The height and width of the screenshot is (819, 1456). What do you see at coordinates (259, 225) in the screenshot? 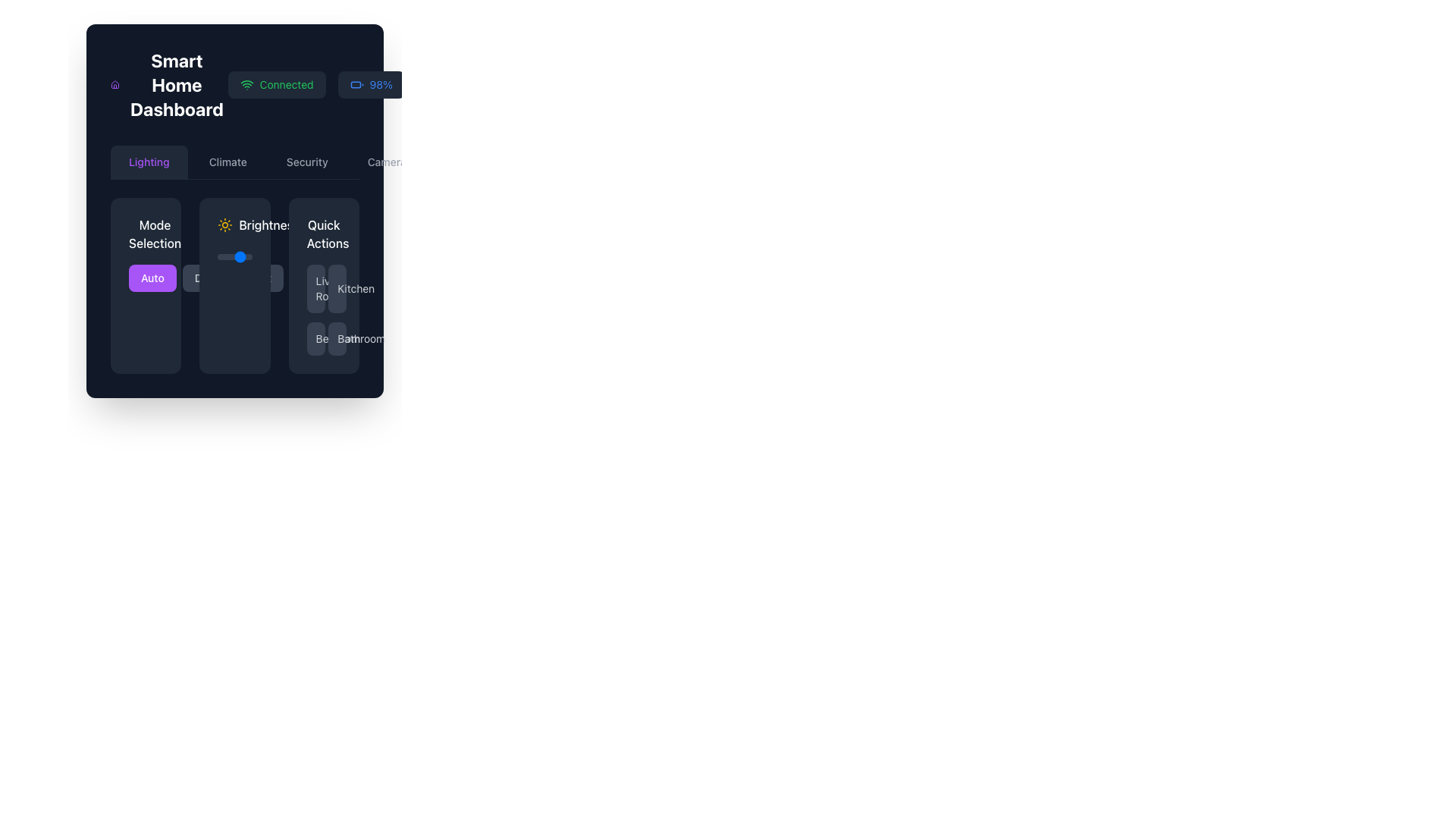
I see `the brightness control label with an icon` at bounding box center [259, 225].